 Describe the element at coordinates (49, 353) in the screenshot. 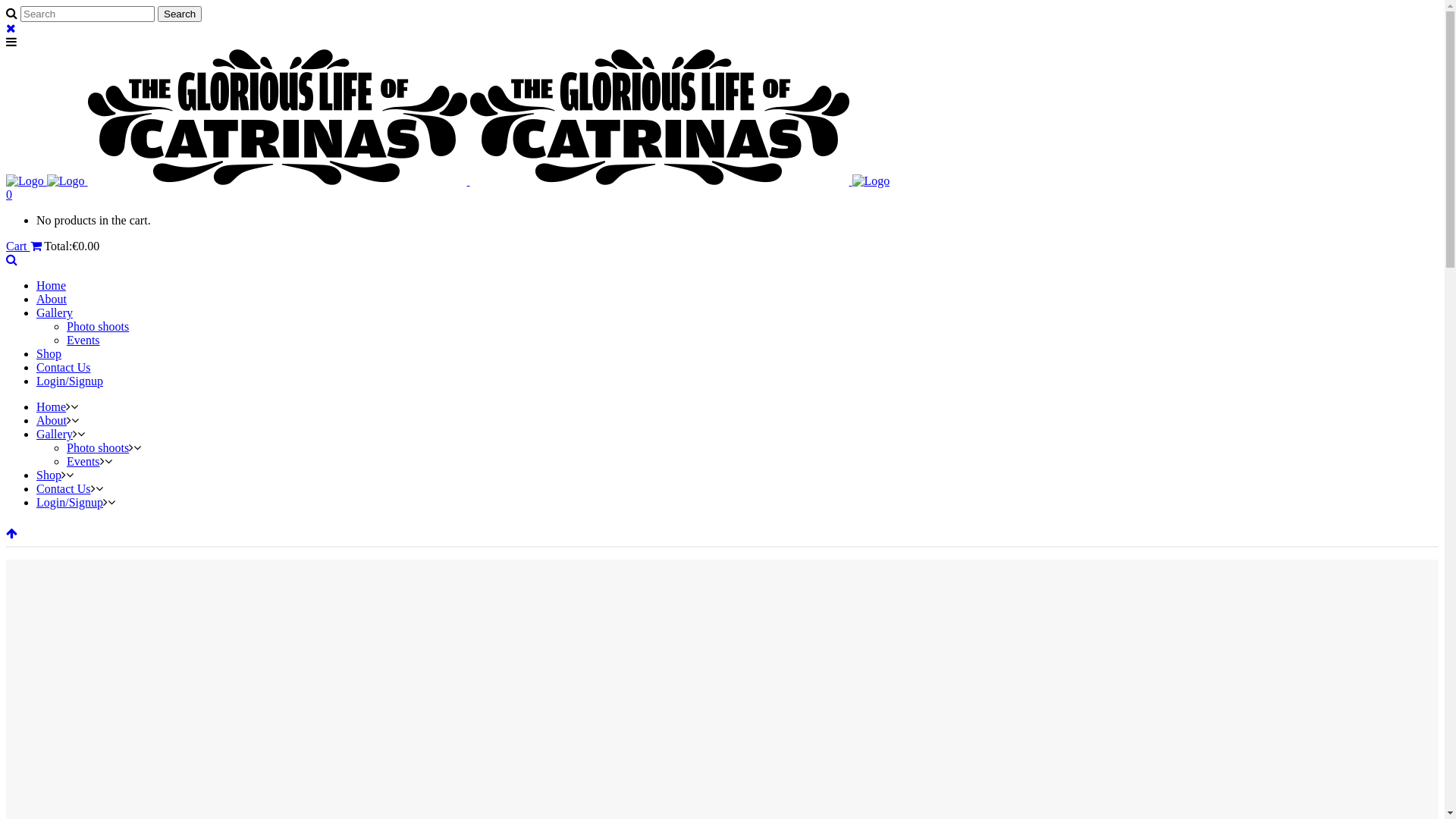

I see `'Shop'` at that location.